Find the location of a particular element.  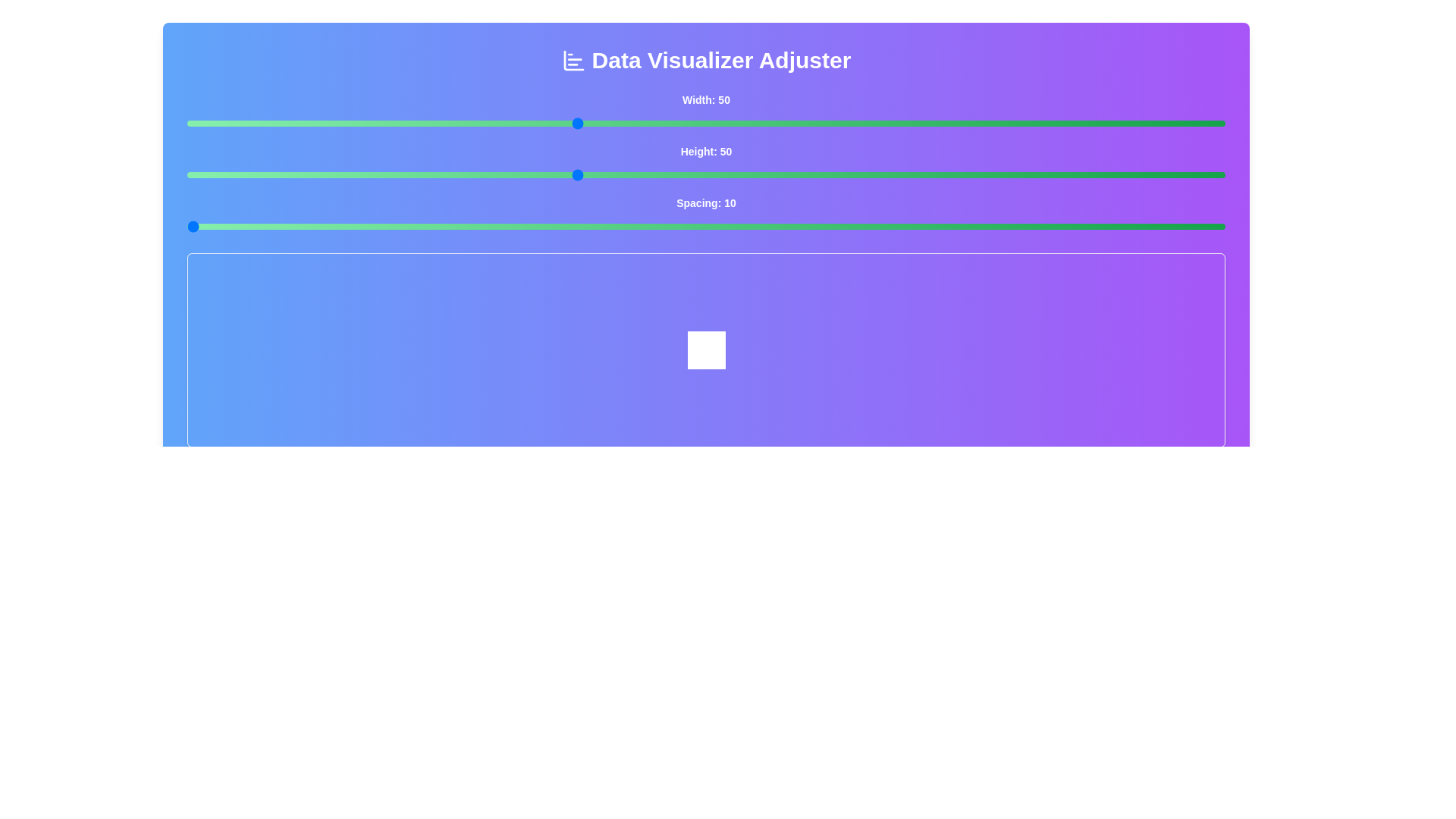

the 'Width' slider to 29 is located at coordinates (303, 122).